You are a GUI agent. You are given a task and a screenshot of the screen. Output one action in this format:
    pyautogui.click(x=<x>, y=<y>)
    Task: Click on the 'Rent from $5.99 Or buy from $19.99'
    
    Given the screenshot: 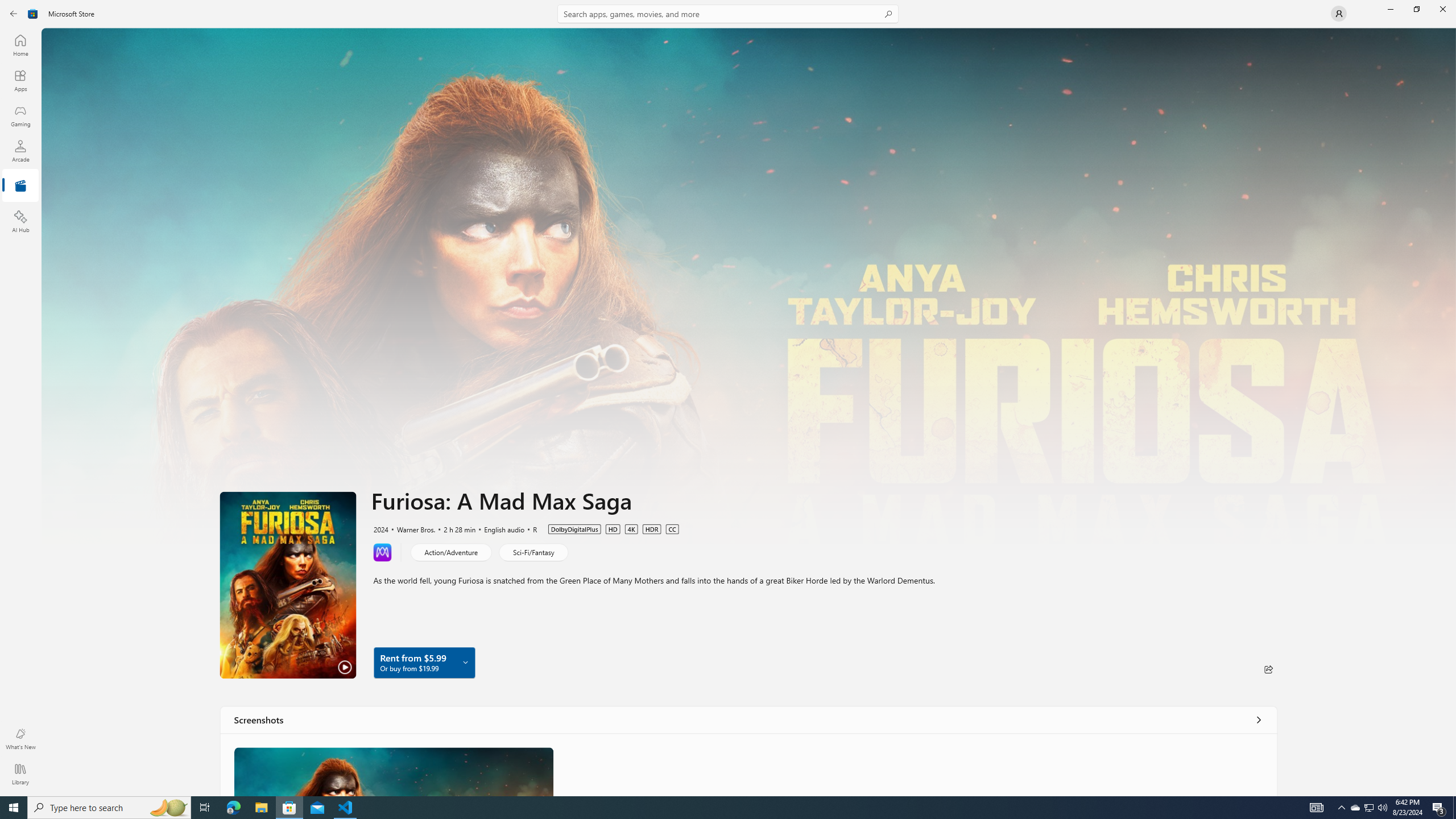 What is the action you would take?
    pyautogui.click(x=424, y=662)
    